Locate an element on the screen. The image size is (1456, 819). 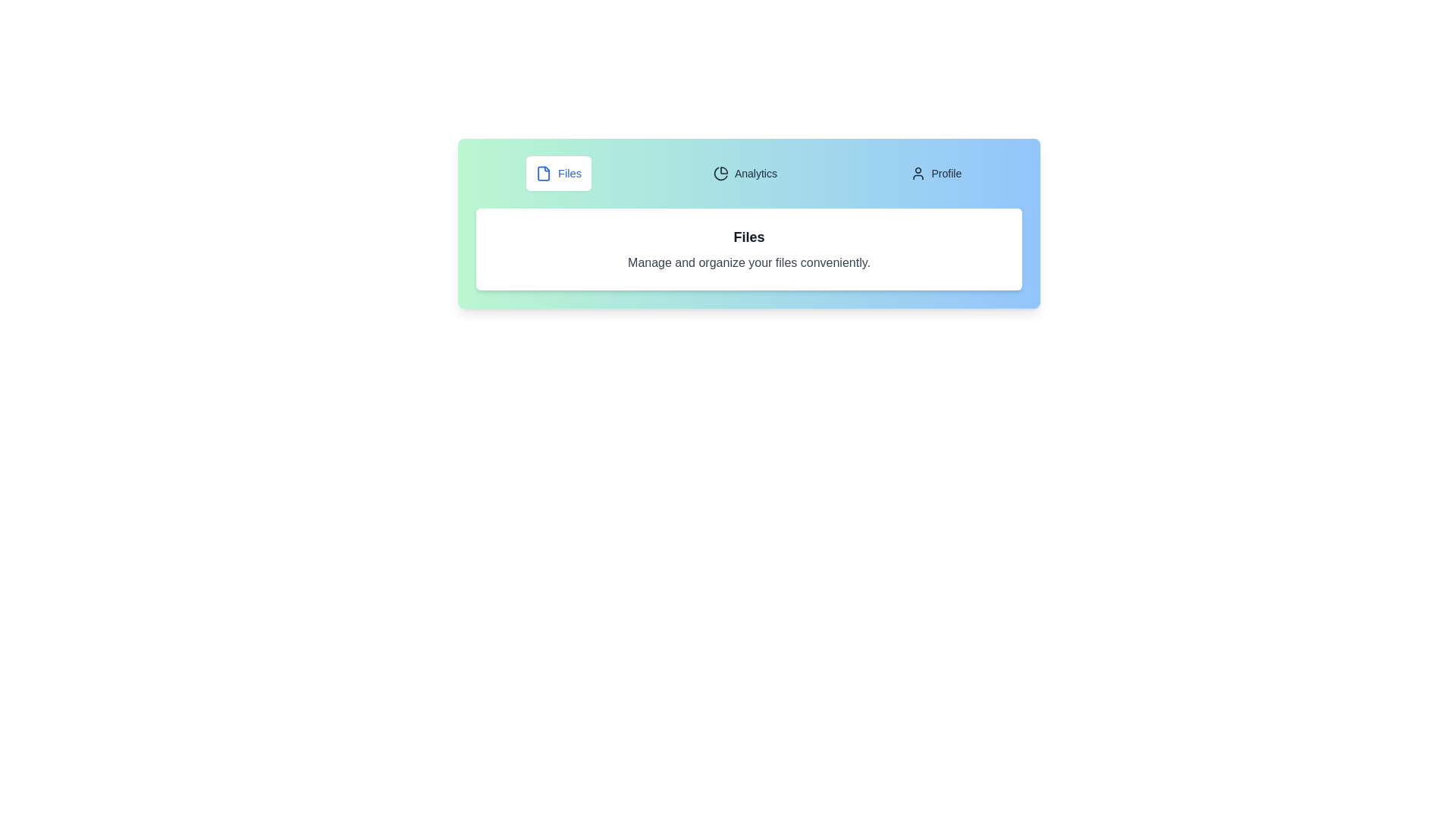
the button labeled Files is located at coordinates (557, 172).